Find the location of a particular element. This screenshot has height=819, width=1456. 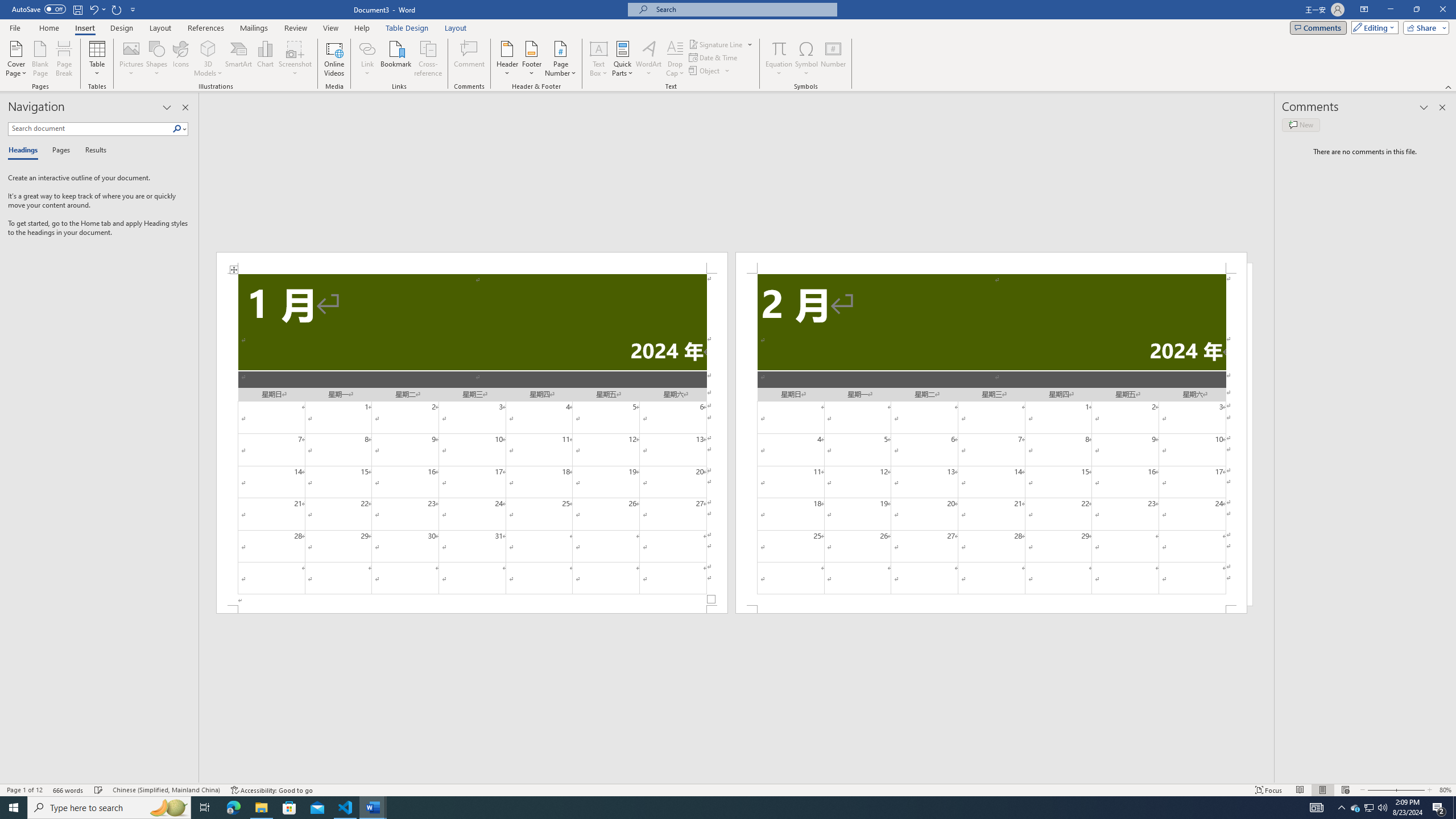

'AutoSave' is located at coordinates (39, 9).